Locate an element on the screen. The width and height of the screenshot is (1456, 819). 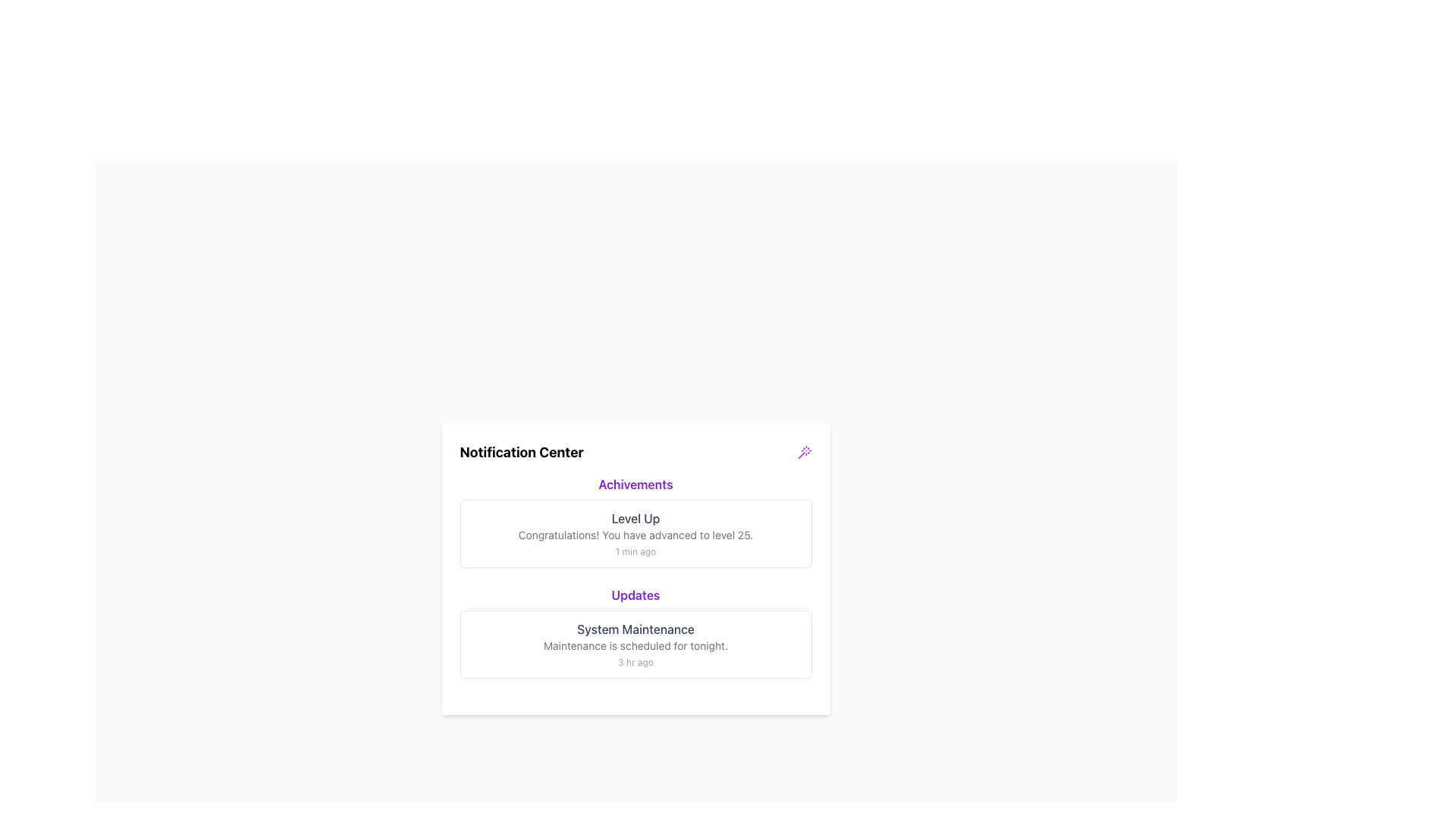
the static Notification card that informs the user about a scheduled maintenance event, located in the Updates section beneath the Achievements card is located at coordinates (635, 644).